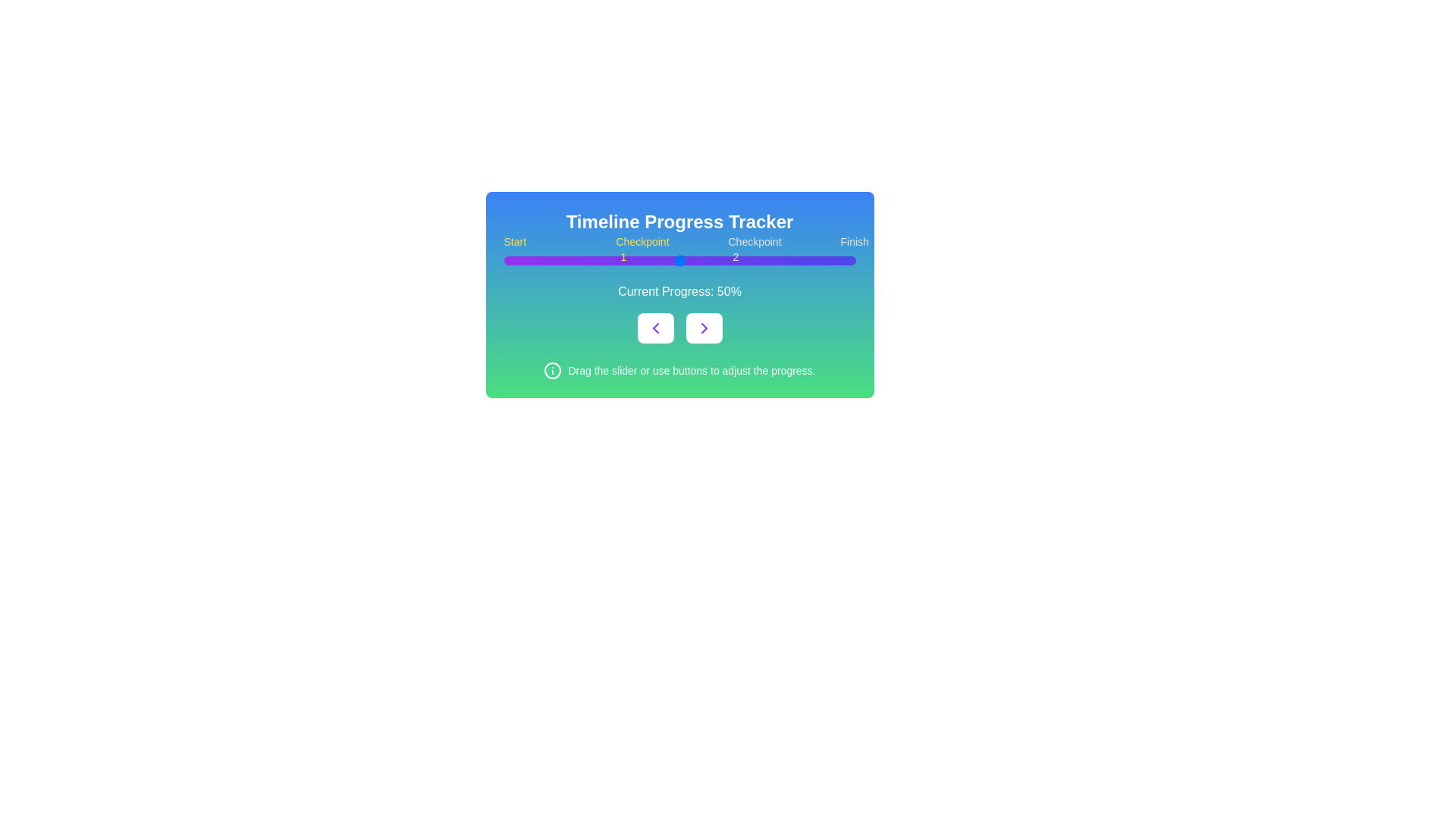 Image resolution: width=1456 pixels, height=819 pixels. I want to click on the progress, so click(789, 259).